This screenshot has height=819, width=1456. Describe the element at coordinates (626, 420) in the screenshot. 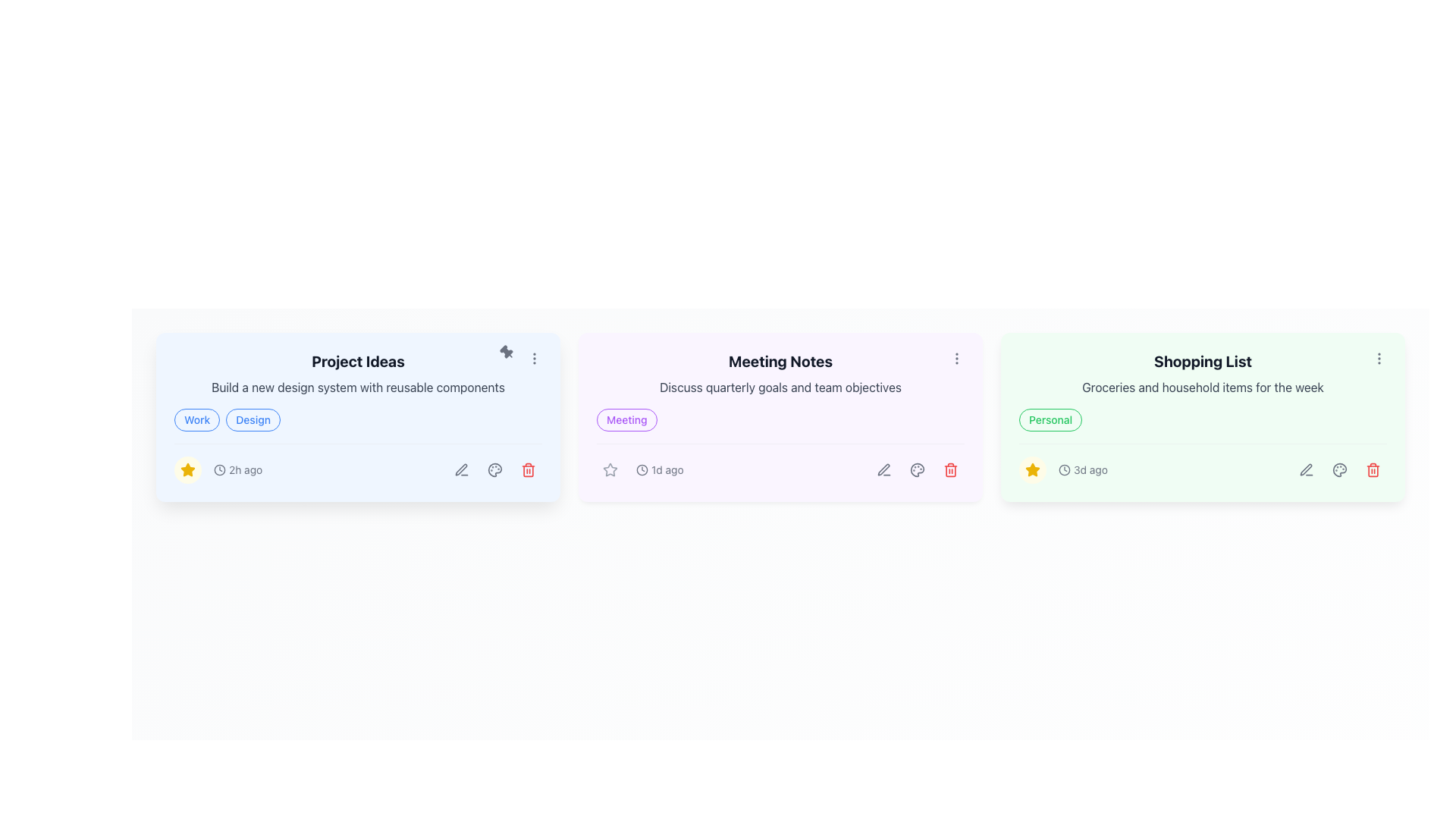

I see `the purple-bordered pill-shaped tag labeled 'Meeting' located in the 'Meeting Notes' card at the top-left section` at that location.